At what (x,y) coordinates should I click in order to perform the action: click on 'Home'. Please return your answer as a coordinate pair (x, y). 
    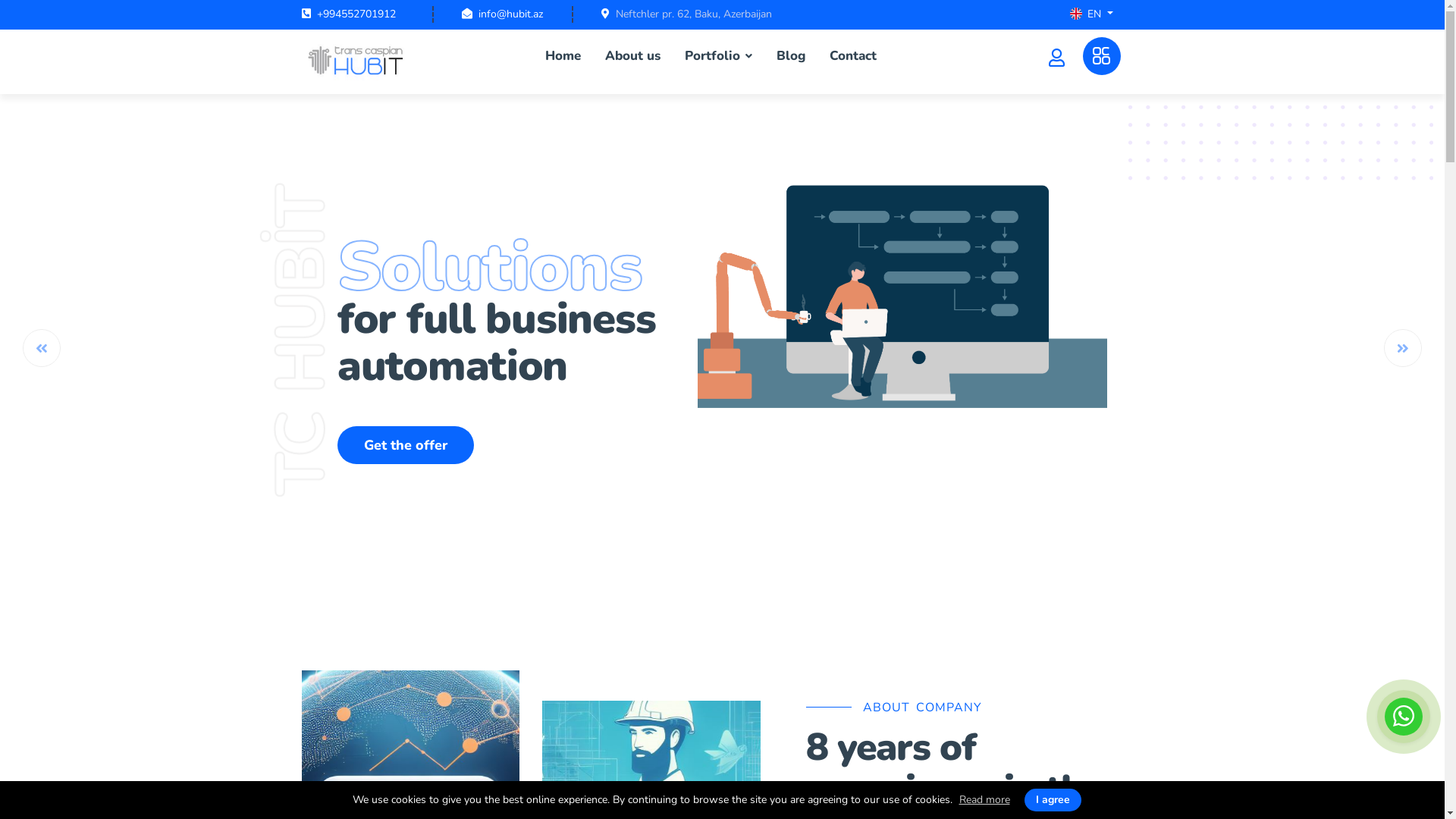
    Looking at the image, I should click on (532, 55).